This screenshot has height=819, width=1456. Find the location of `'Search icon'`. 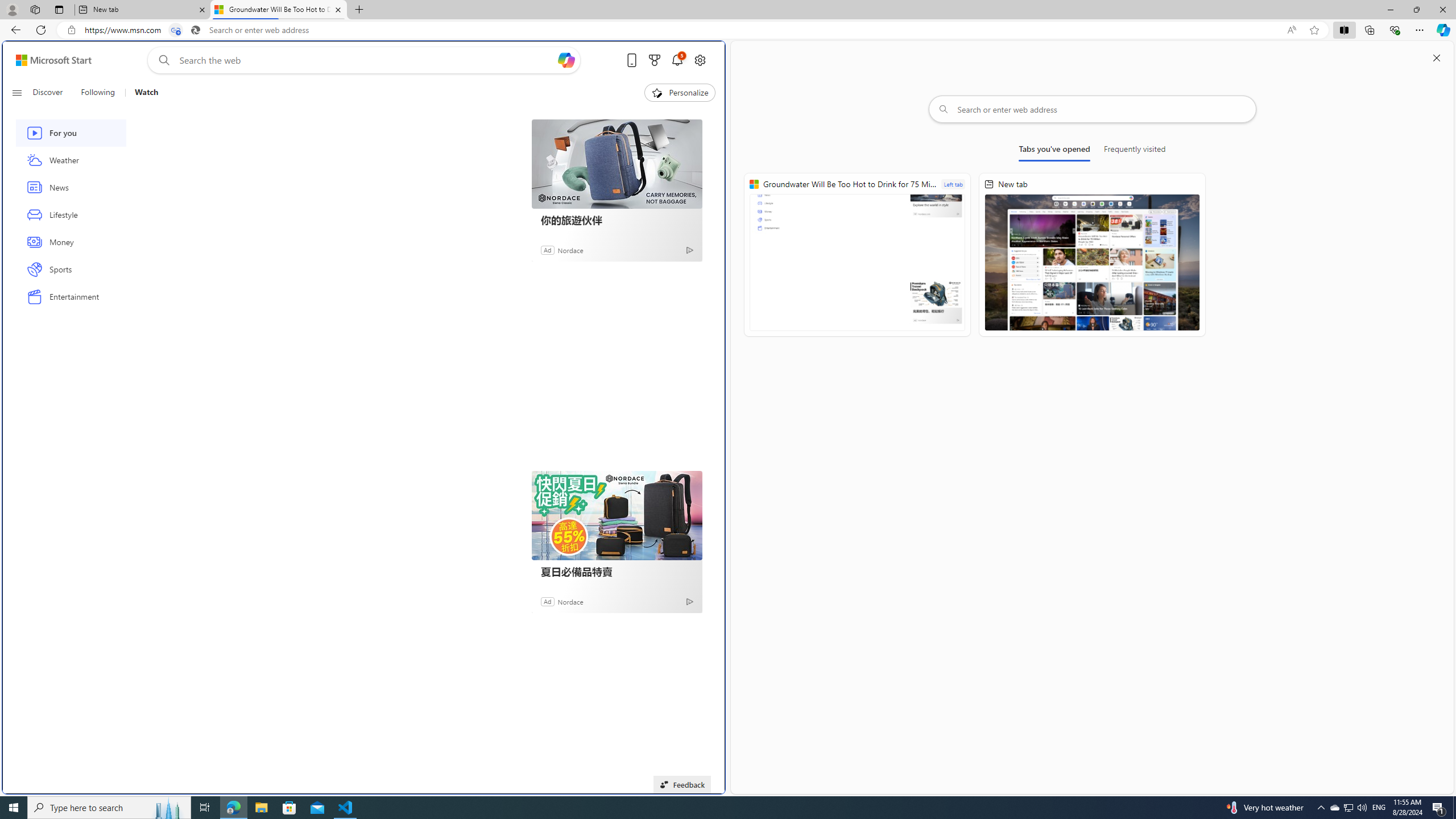

'Search icon' is located at coordinates (195, 30).